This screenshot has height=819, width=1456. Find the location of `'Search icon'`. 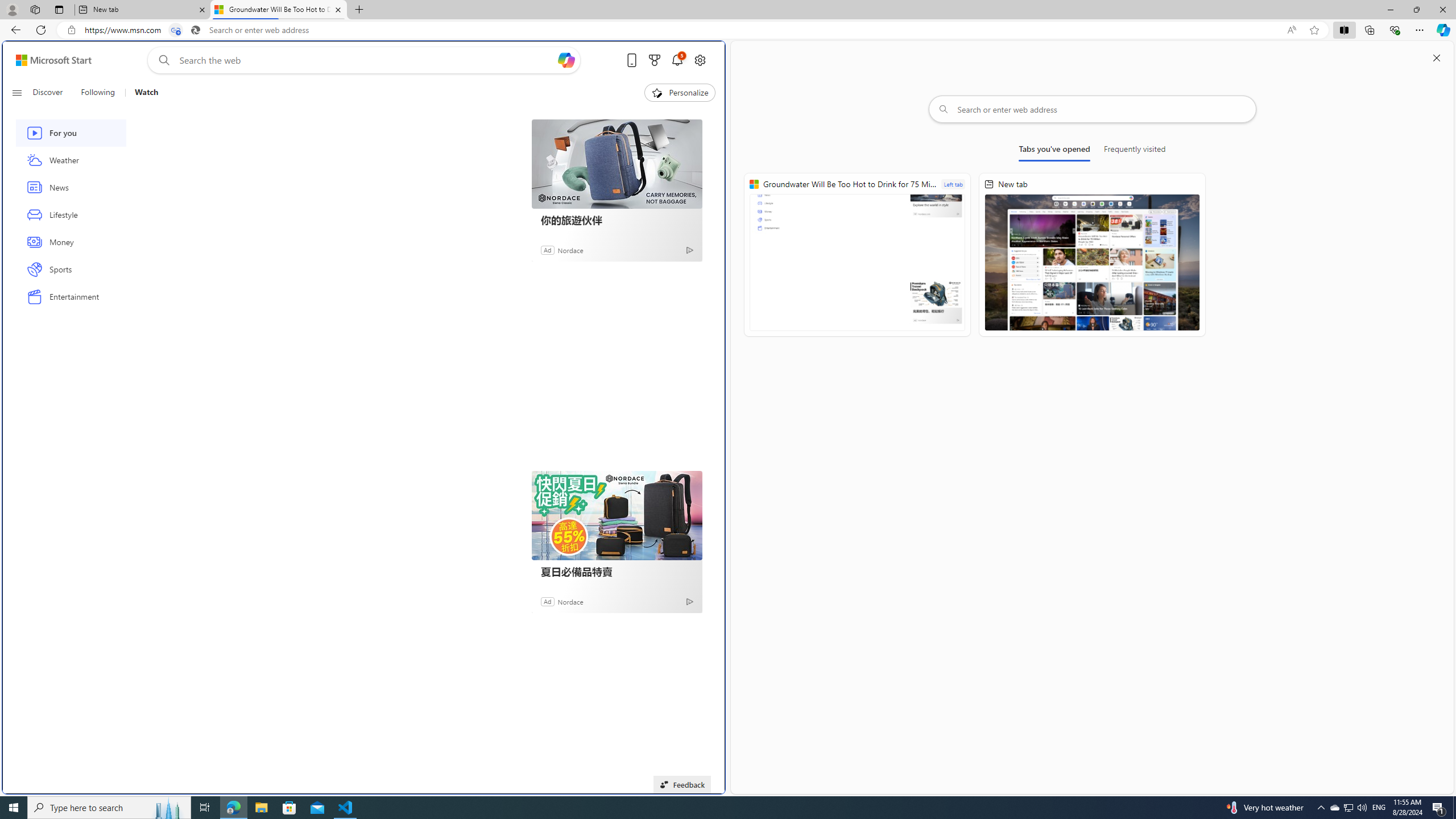

'Search icon' is located at coordinates (195, 30).